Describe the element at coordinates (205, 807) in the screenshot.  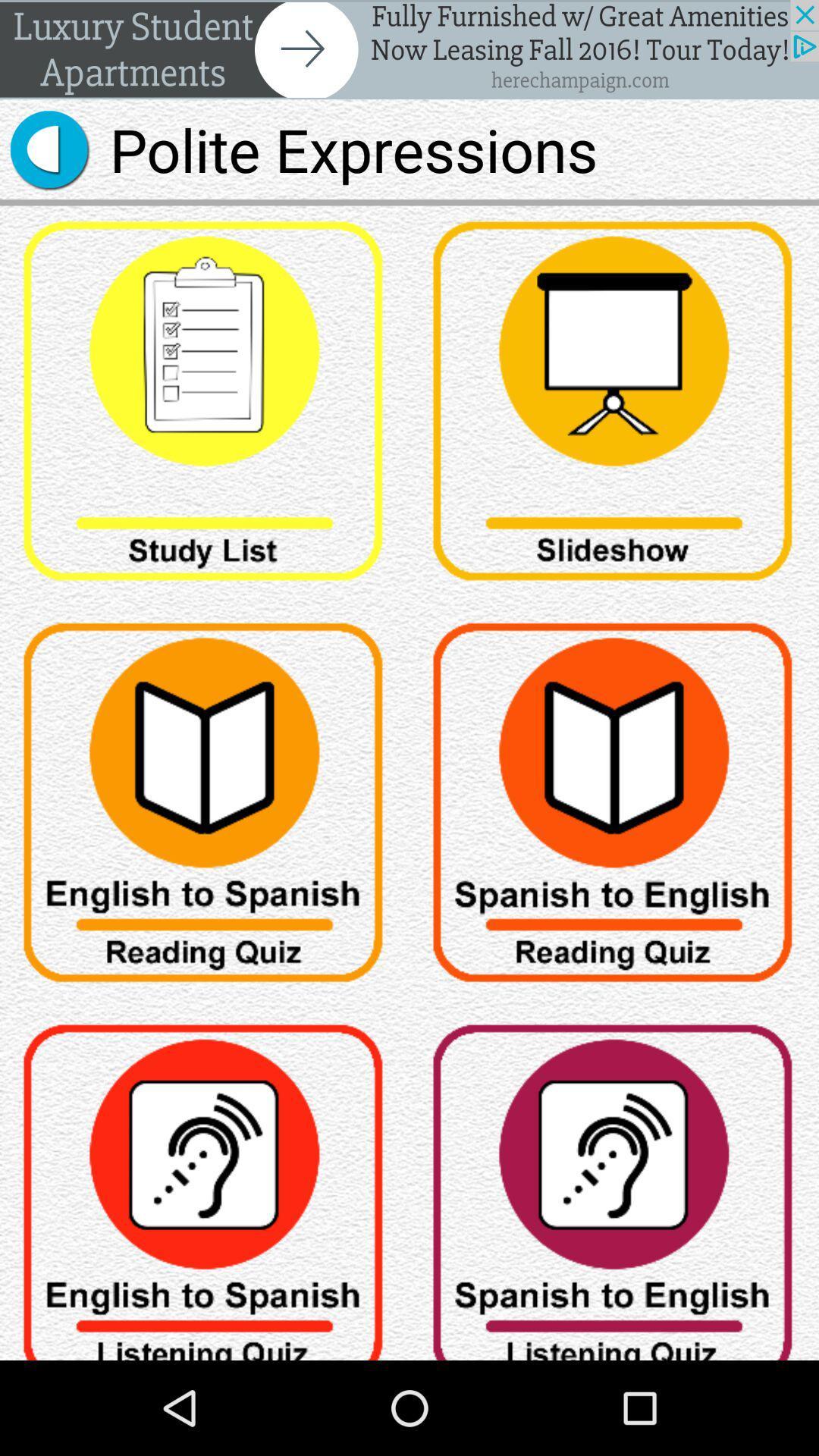
I see `one part` at that location.